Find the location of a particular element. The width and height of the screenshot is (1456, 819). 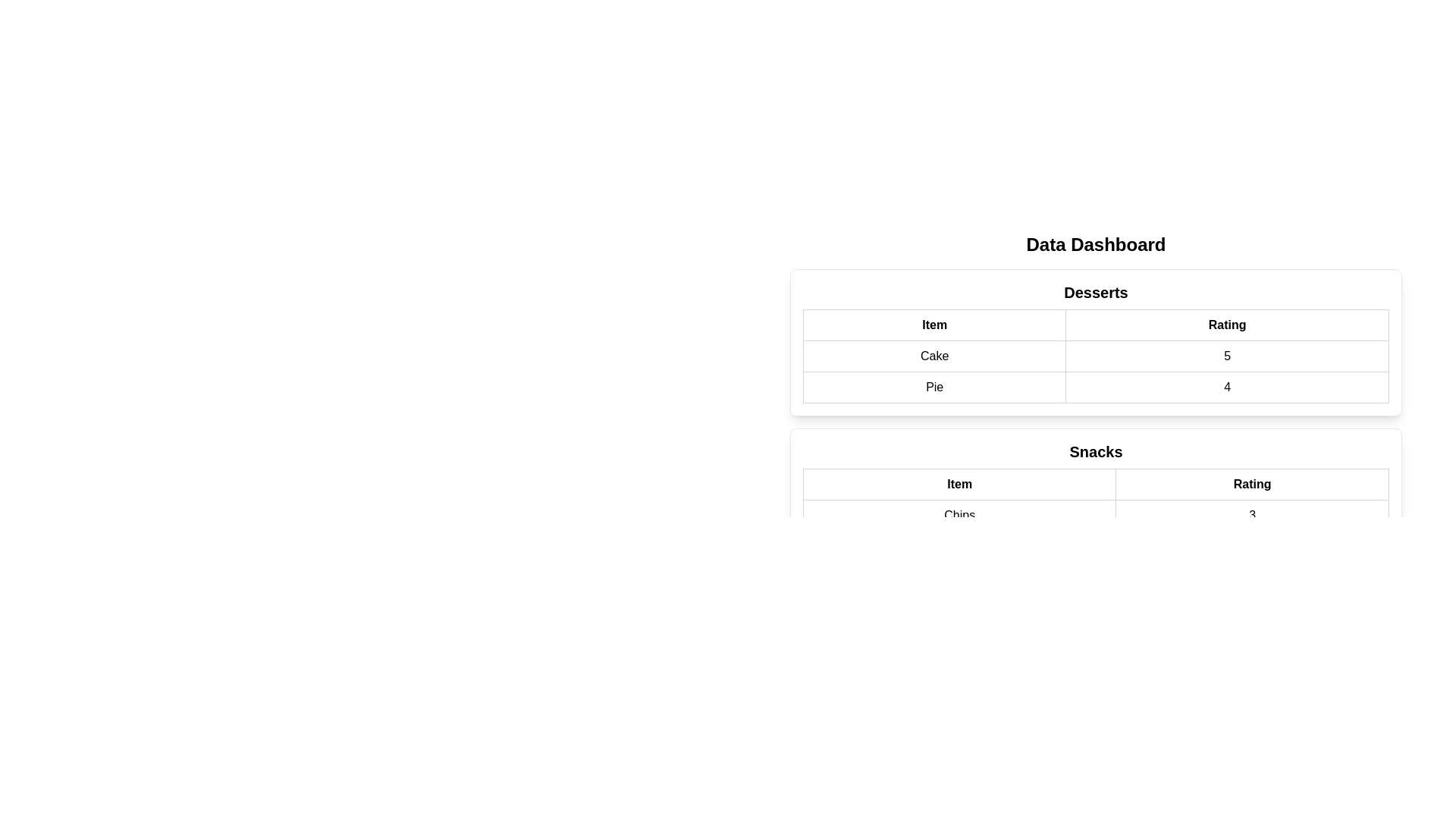

the text 'Chips' in the table by selecting the corresponding cell is located at coordinates (959, 514).